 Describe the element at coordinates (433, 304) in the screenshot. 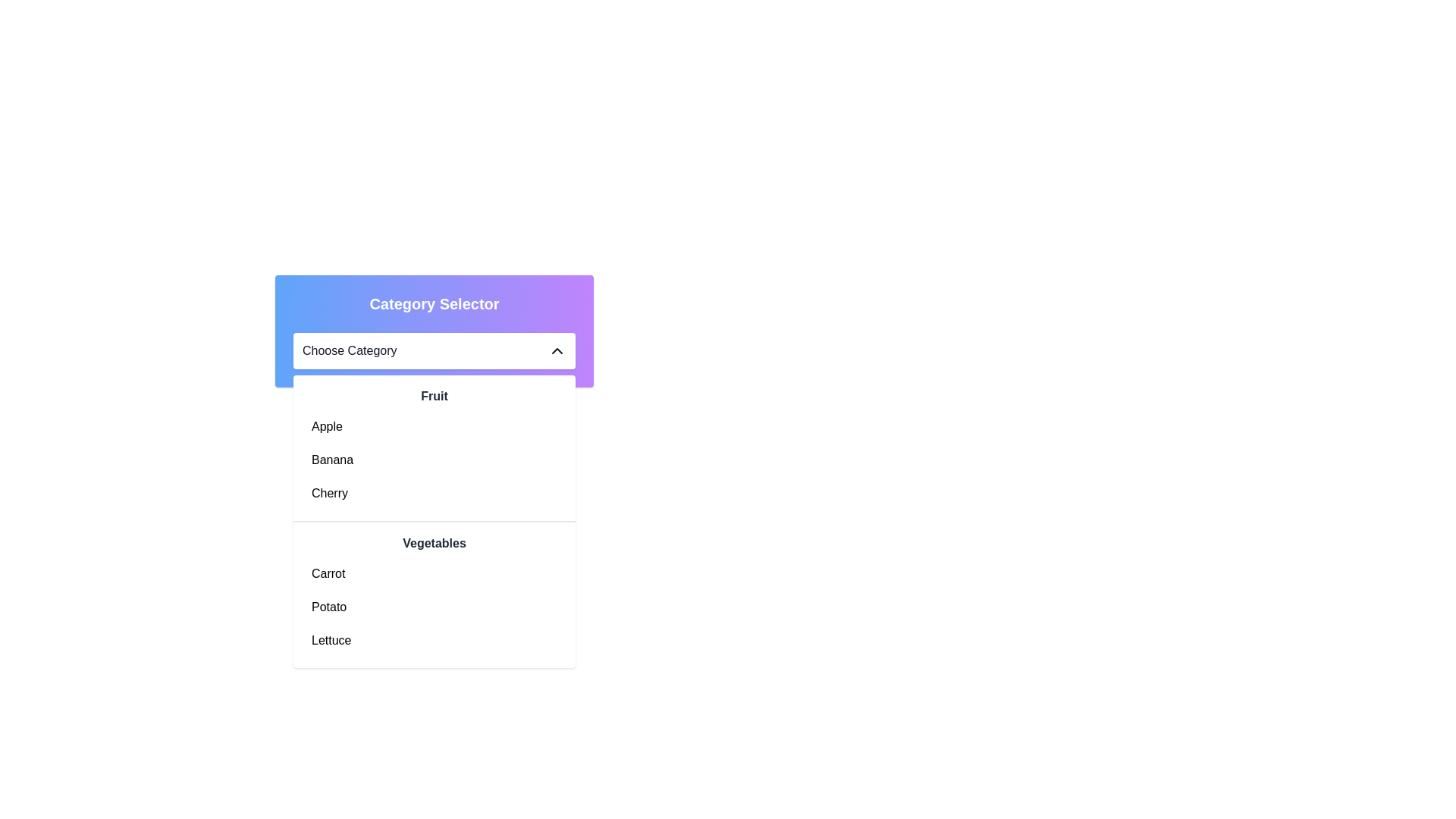

I see `the bold text label 'Category Selector' that is centered at the top of a gradient background transitioning from blue to purple` at that location.